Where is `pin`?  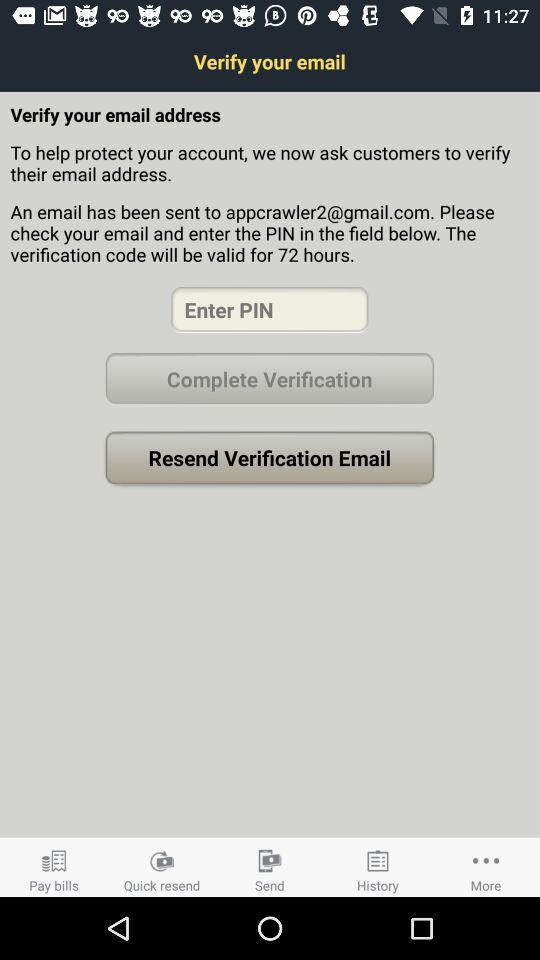
pin is located at coordinates (269, 309).